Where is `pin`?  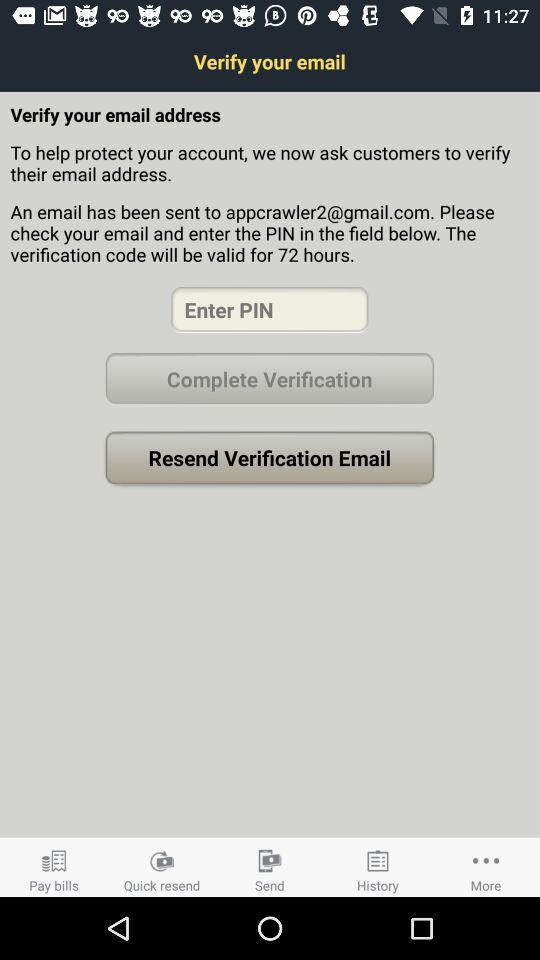
pin is located at coordinates (269, 309).